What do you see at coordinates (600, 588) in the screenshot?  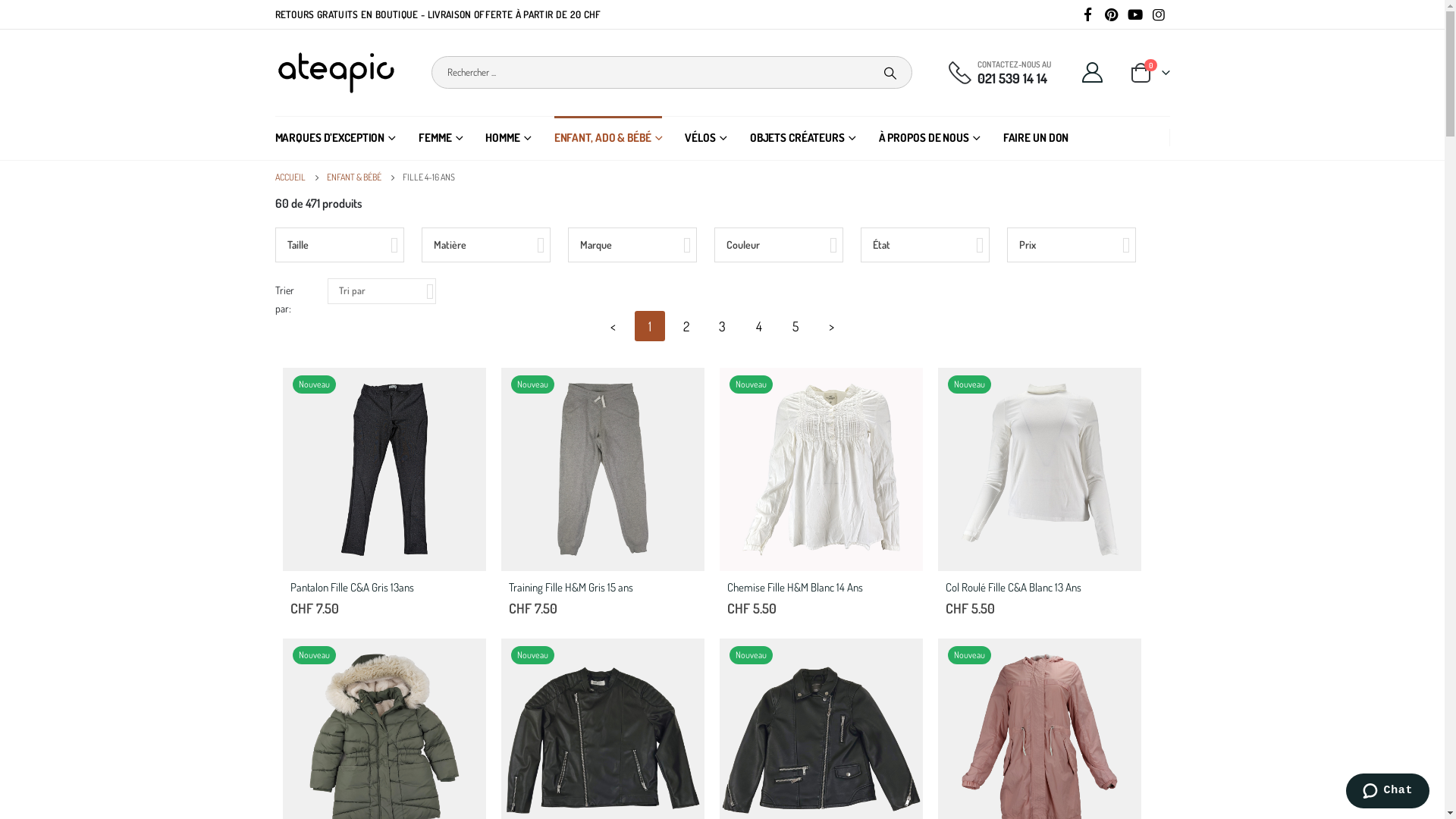 I see `'Training Fille H&M Gris 15 ans'` at bounding box center [600, 588].